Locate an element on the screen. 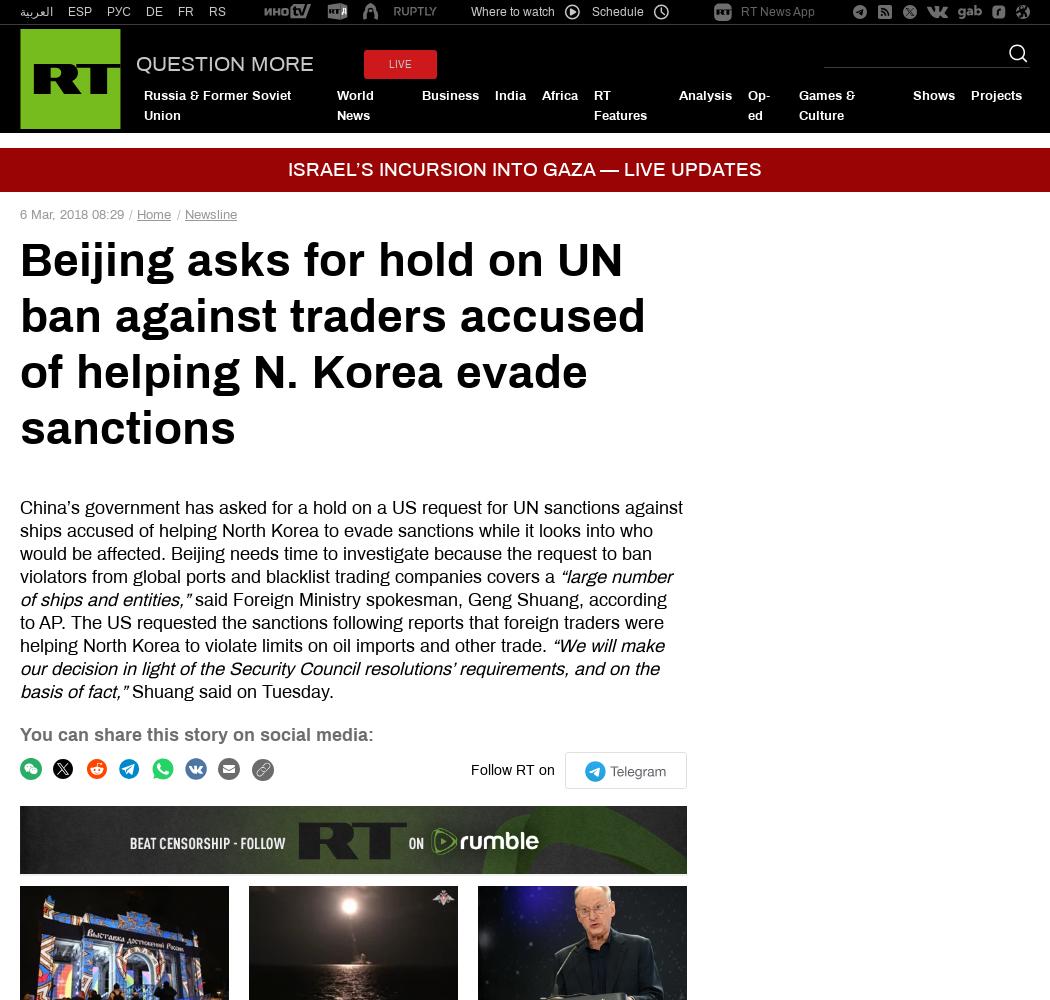  'Where to watch' is located at coordinates (512, 12).